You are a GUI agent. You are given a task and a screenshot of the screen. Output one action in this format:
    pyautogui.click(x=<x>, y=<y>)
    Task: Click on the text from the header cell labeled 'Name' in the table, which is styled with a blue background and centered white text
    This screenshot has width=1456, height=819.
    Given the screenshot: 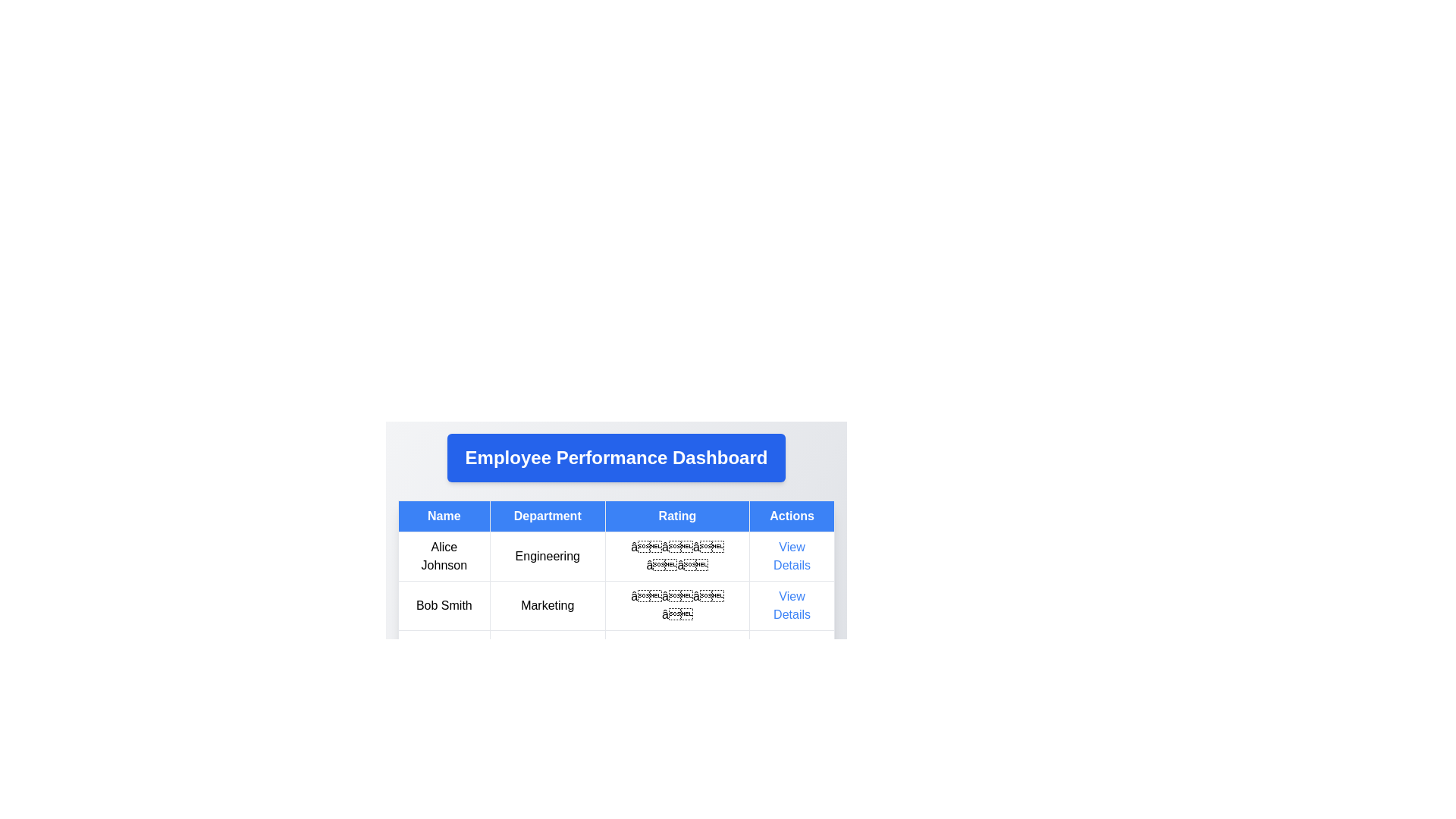 What is the action you would take?
    pyautogui.click(x=443, y=516)
    